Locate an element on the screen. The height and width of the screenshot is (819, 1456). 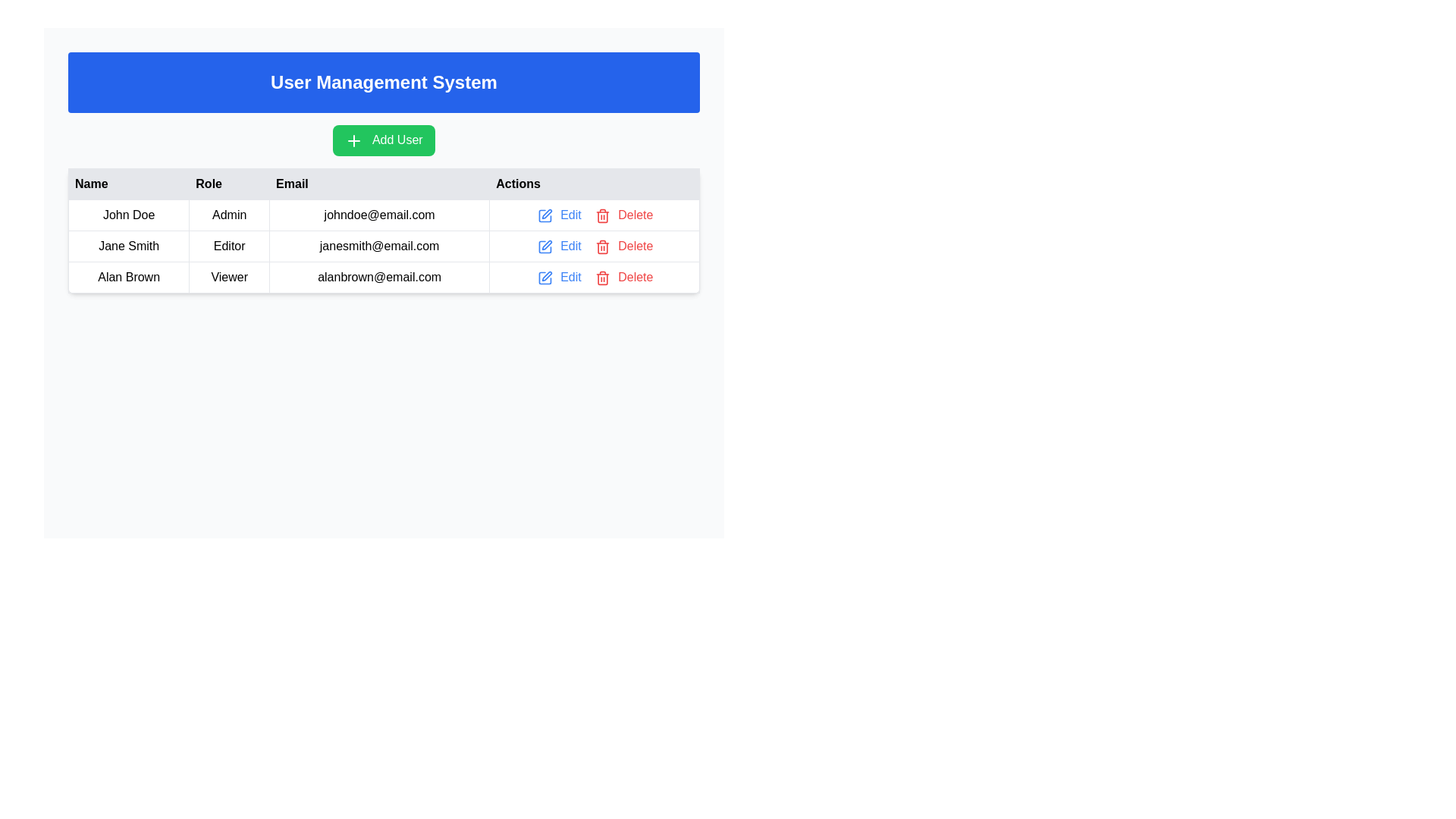
the email address display of user 'Alan Brown' in the third row of the user management table under the 'Email' column is located at coordinates (379, 277).